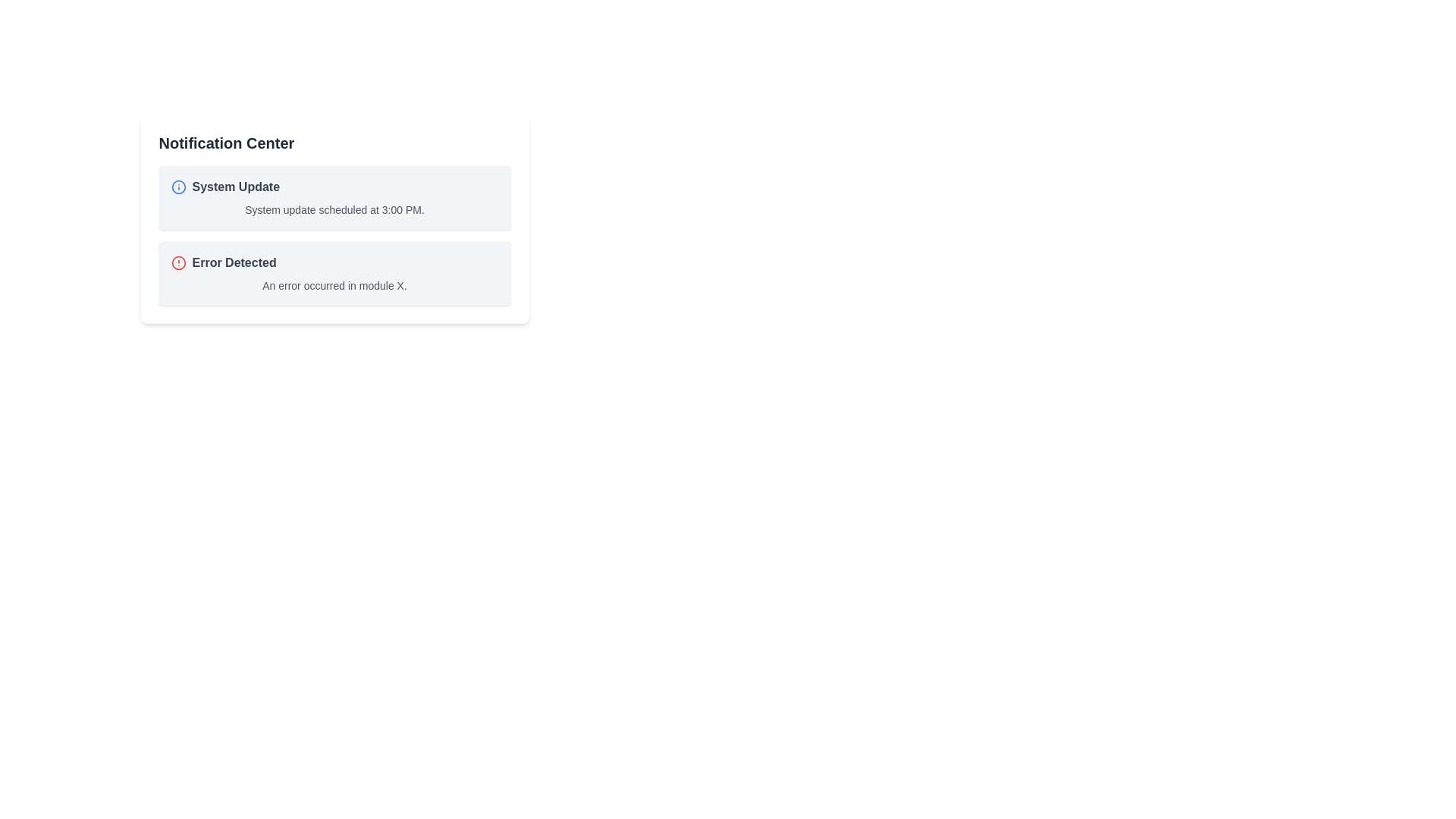  I want to click on the base circle of the 'System Update' SVG icon in the Notification Center widget, positioned to the left of the notification text, so click(178, 186).